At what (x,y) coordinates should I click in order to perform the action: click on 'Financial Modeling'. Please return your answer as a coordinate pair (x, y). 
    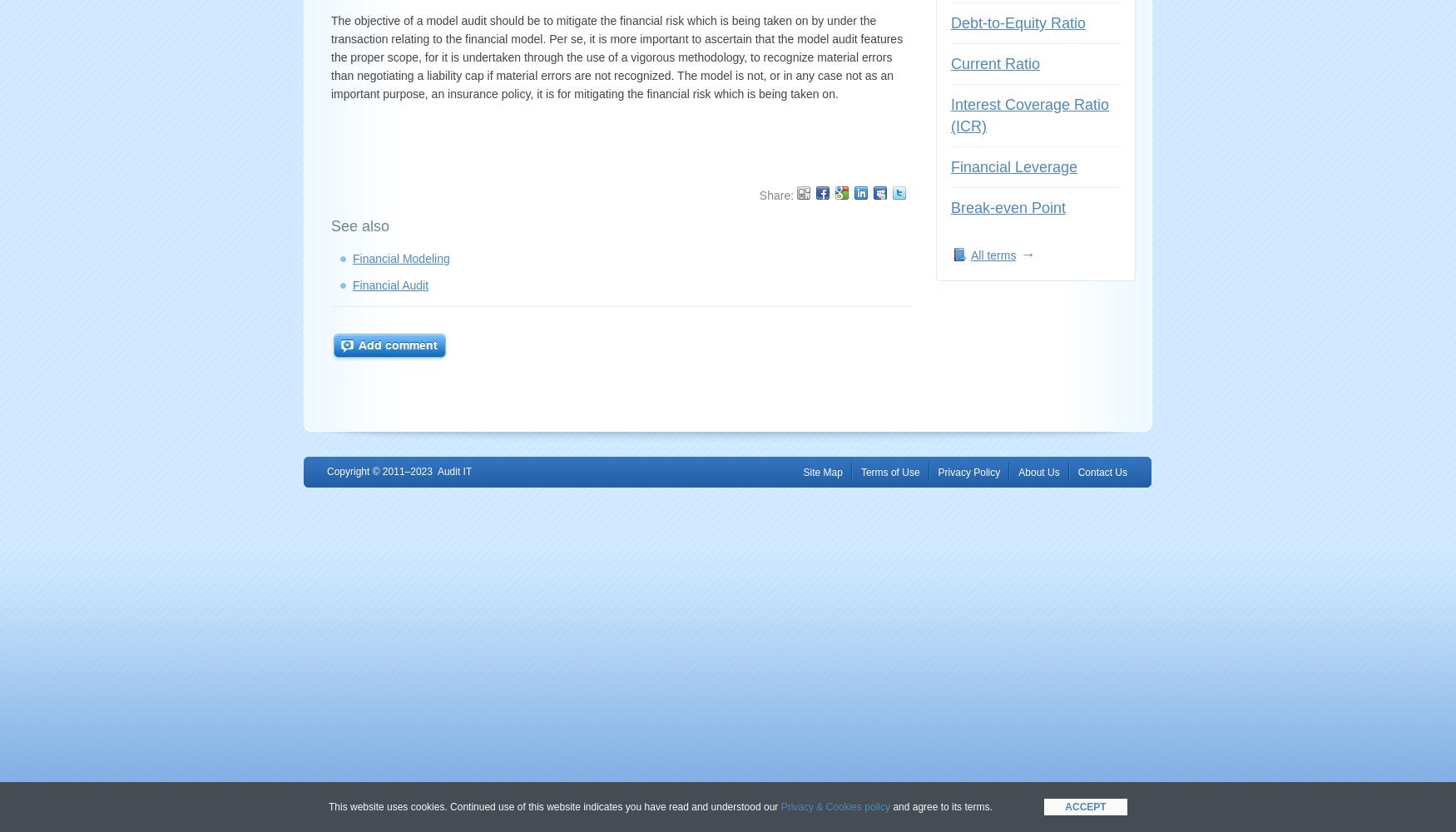
    Looking at the image, I should click on (400, 259).